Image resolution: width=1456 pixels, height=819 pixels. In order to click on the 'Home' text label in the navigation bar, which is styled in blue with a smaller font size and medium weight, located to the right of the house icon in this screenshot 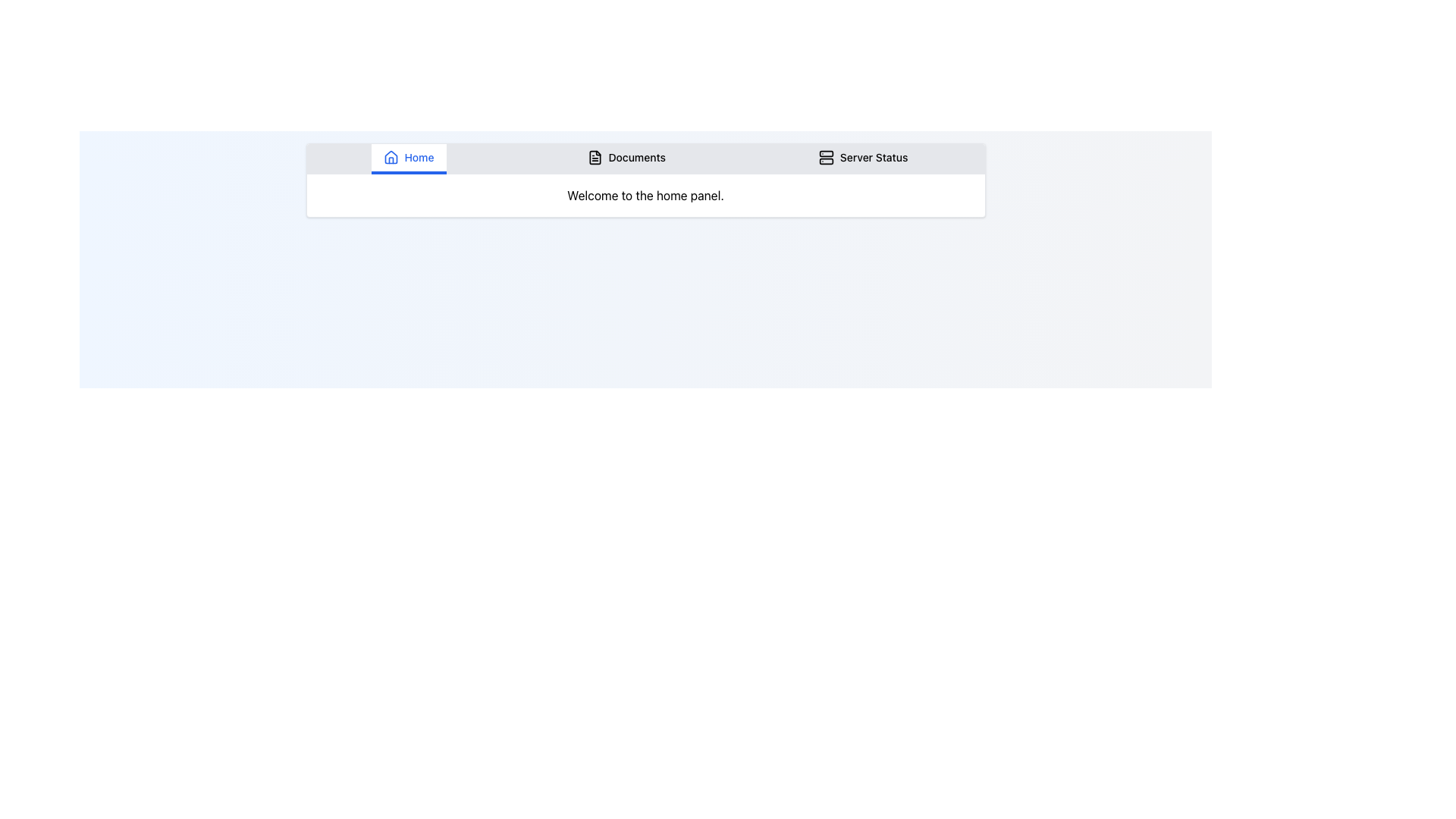, I will do `click(419, 158)`.